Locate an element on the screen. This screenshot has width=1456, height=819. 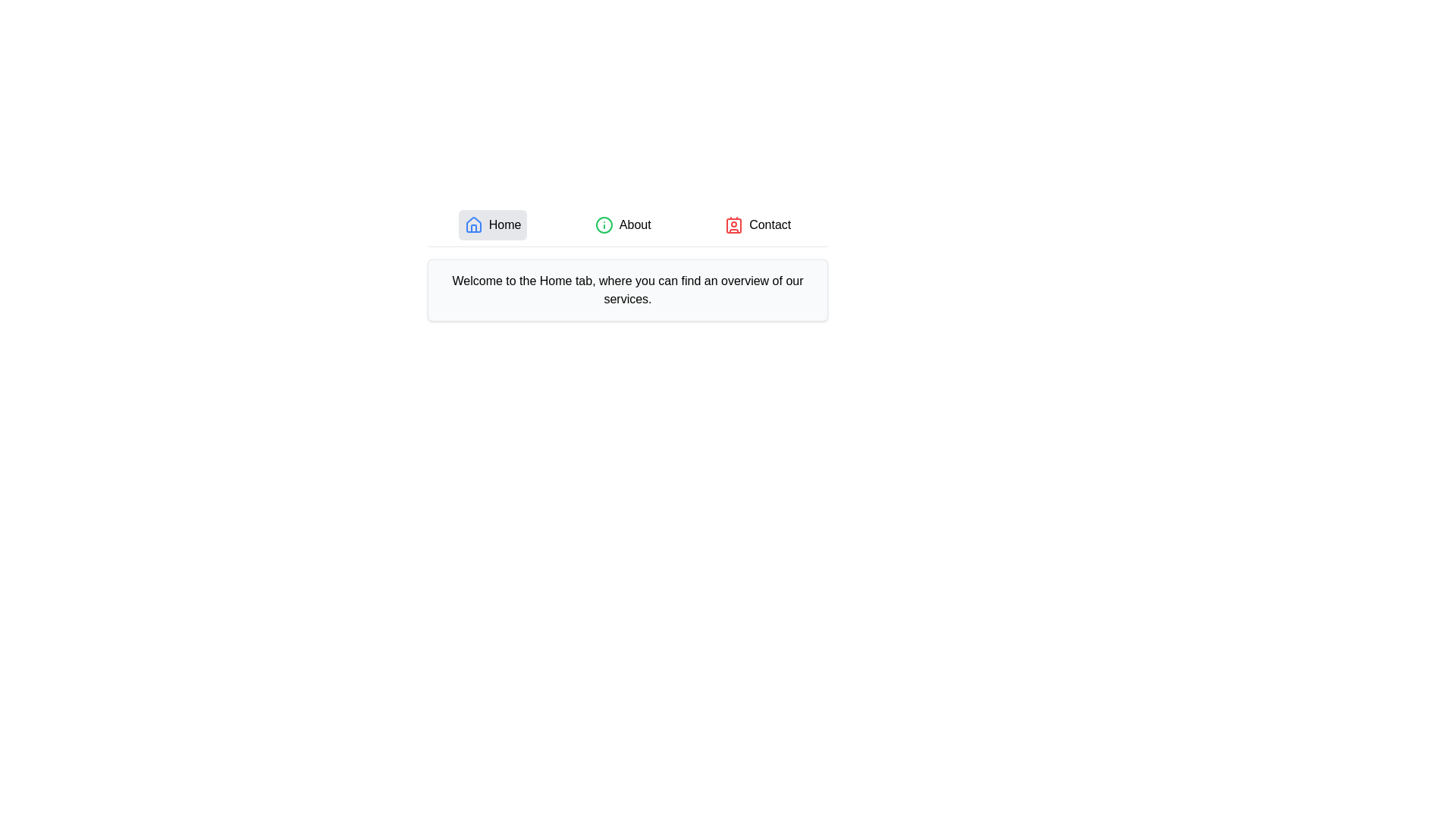
the About tab to view its content is located at coordinates (623, 225).